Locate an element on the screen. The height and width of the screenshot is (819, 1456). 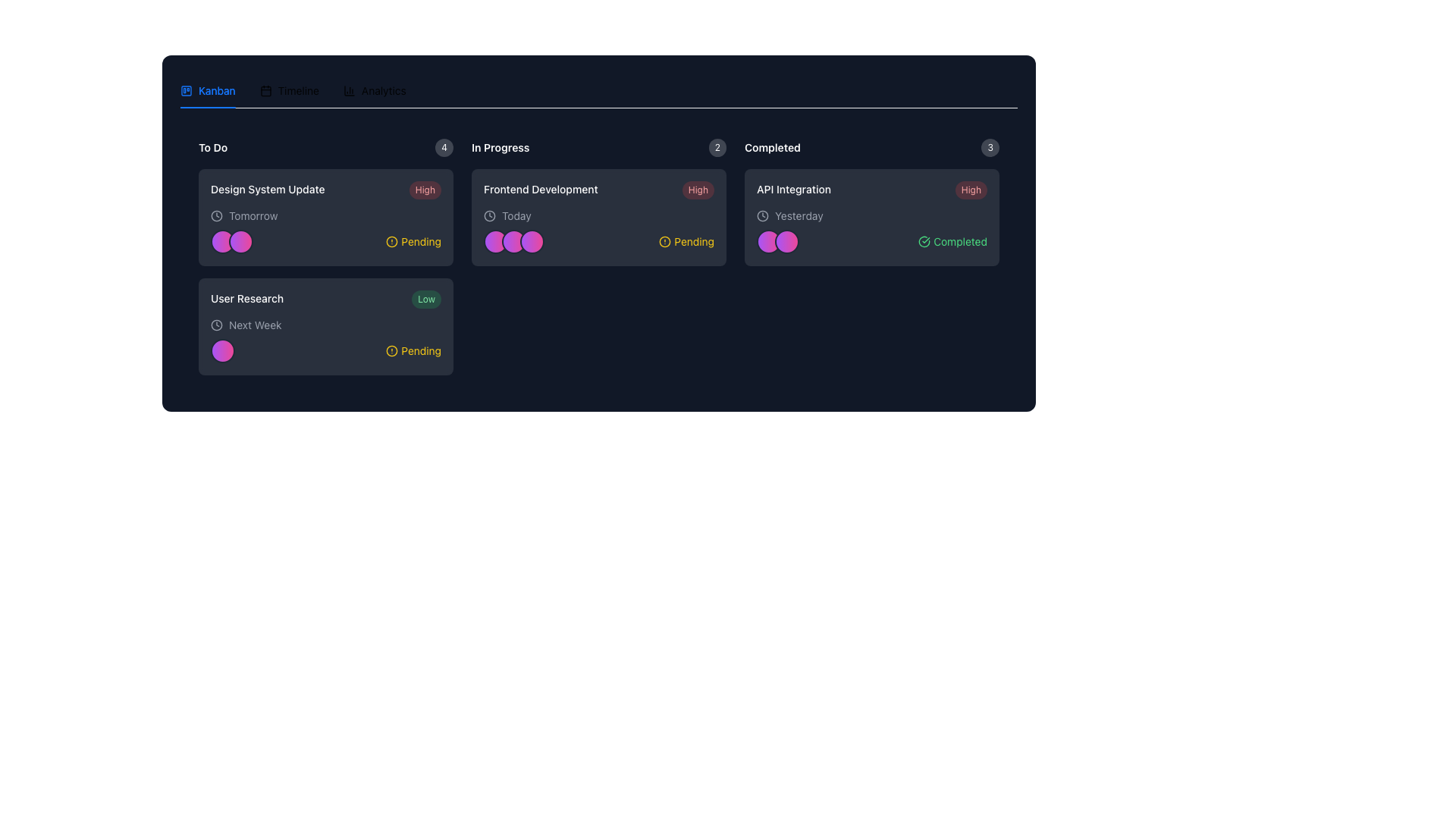
the clock icon located to the left of the text 'Yesterday' in the 'Completed' card, which visually indicates a timestamp or deadline is located at coordinates (763, 216).